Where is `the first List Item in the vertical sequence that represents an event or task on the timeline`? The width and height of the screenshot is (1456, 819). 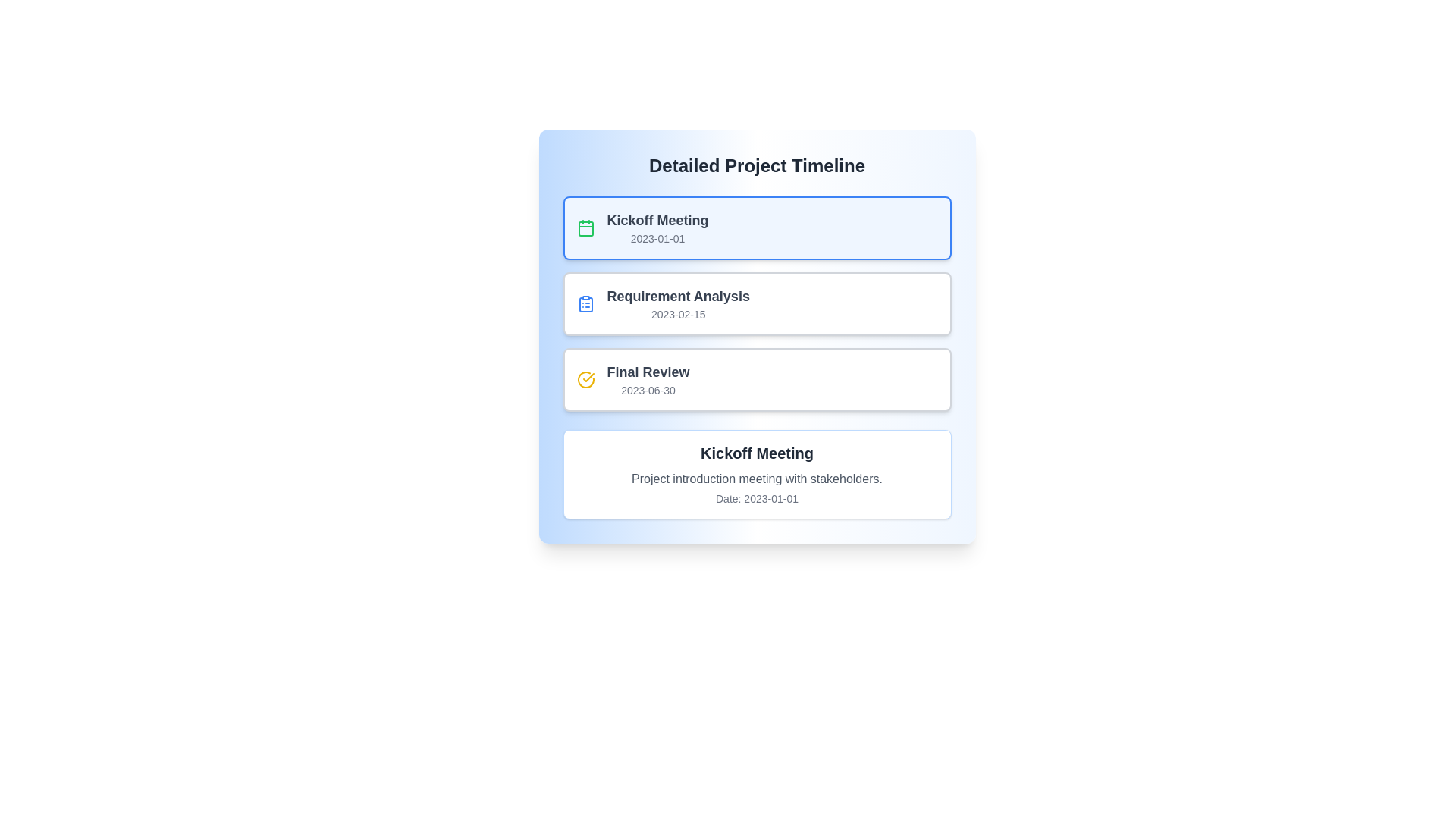 the first List Item in the vertical sequence that represents an event or task on the timeline is located at coordinates (757, 227).